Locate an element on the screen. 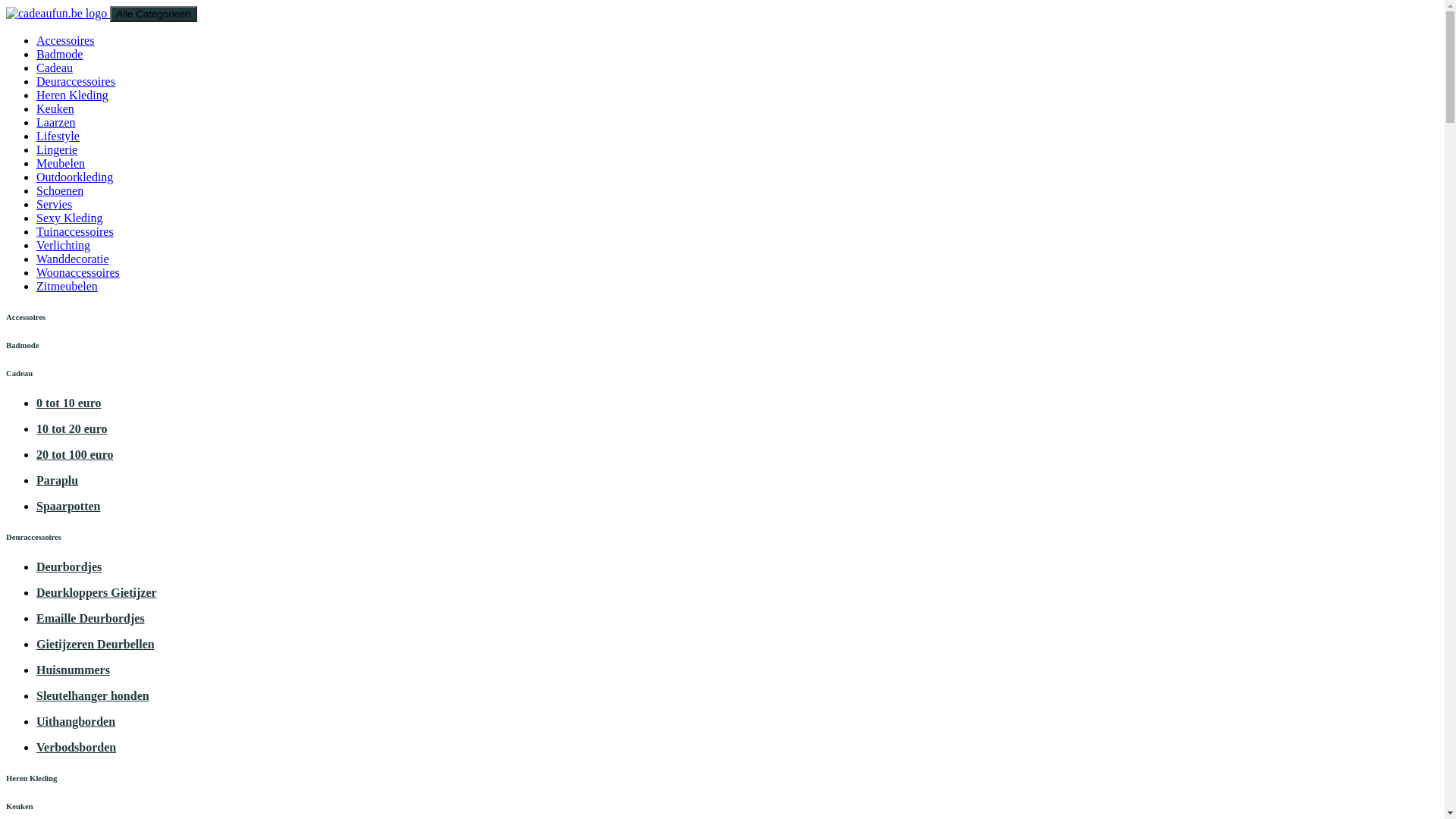 Image resolution: width=1456 pixels, height=819 pixels. 'Lingerie' is located at coordinates (57, 149).